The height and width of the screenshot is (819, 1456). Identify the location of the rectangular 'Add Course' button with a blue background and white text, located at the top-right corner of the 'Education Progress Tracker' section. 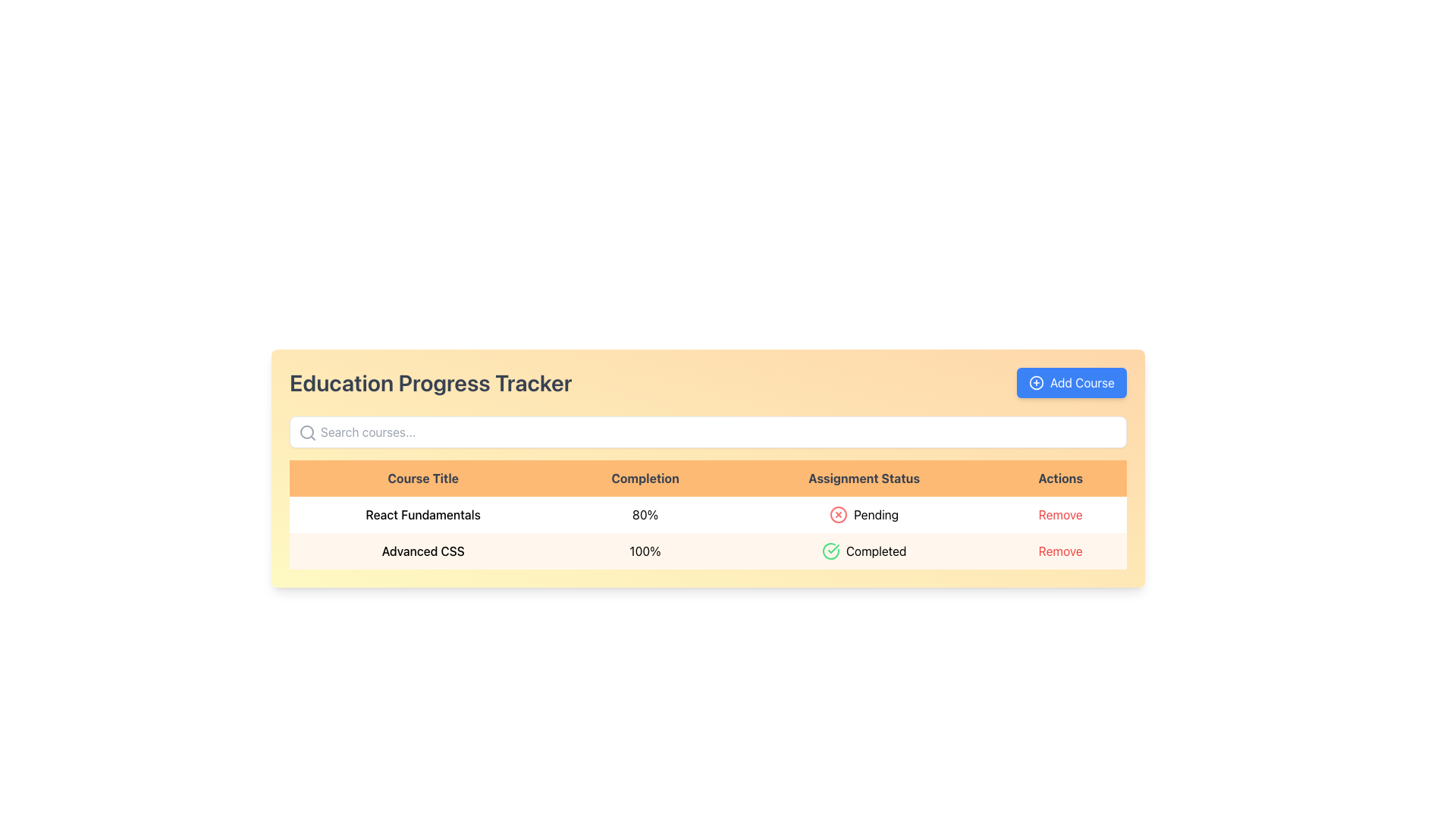
(1071, 382).